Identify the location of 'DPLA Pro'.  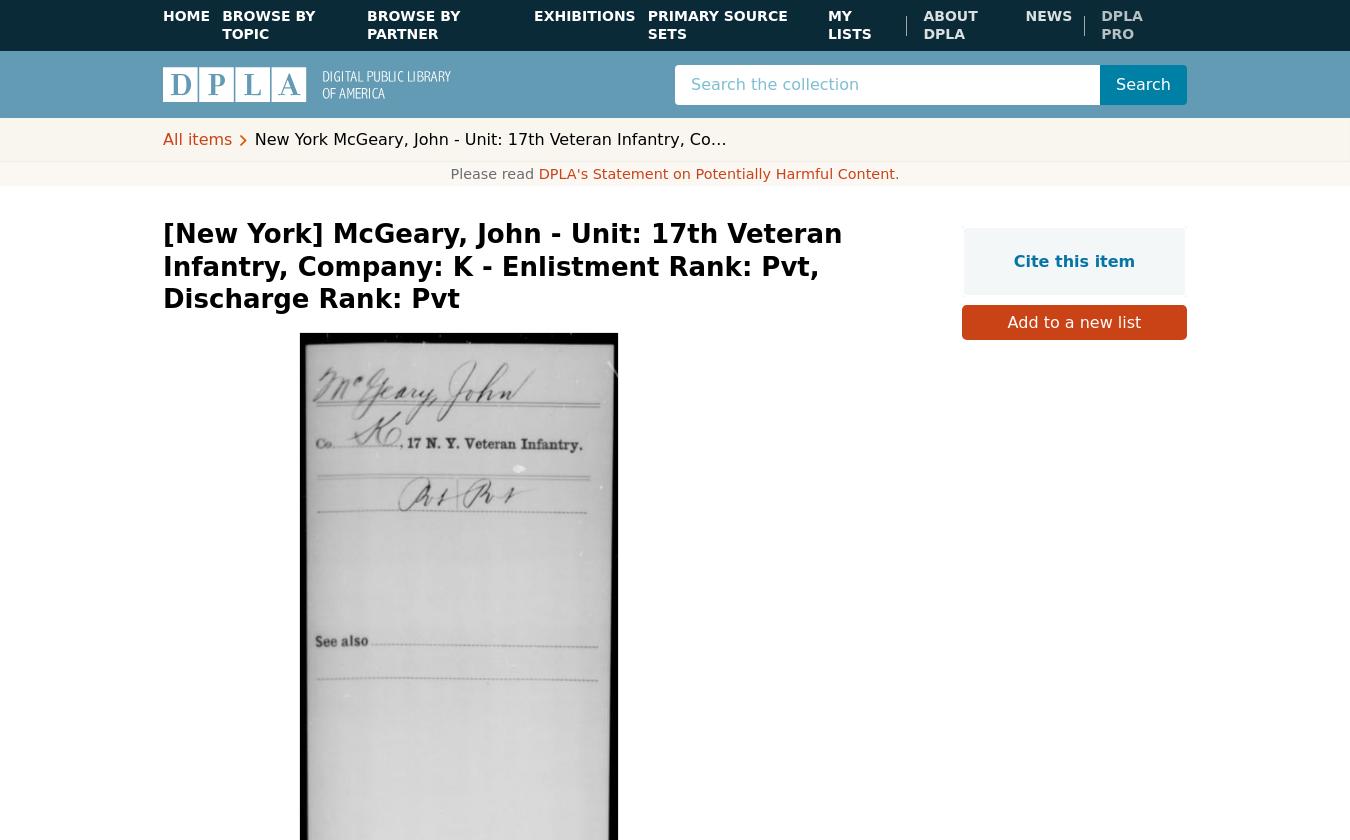
(1121, 24).